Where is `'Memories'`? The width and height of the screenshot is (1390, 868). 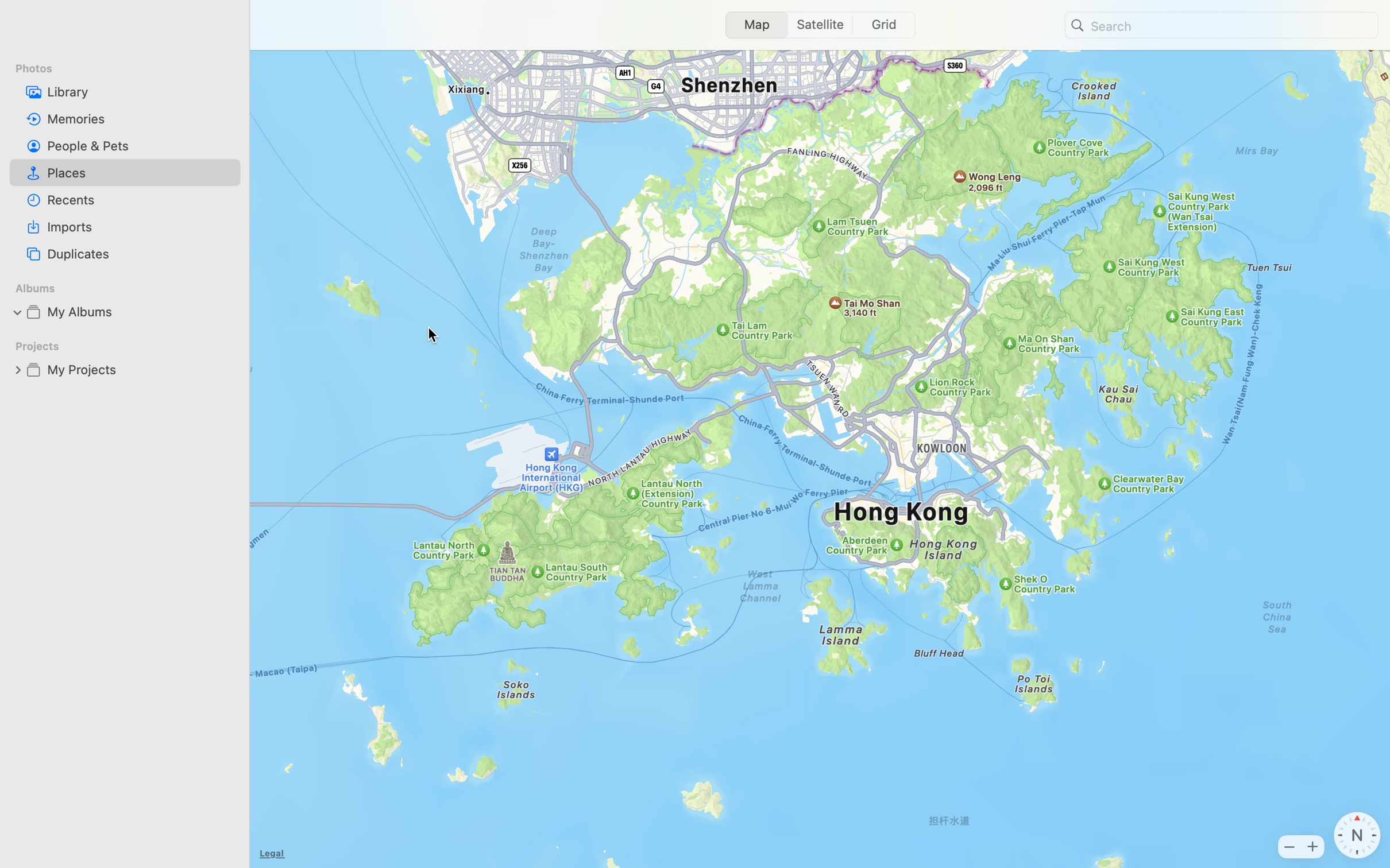 'Memories' is located at coordinates (140, 118).